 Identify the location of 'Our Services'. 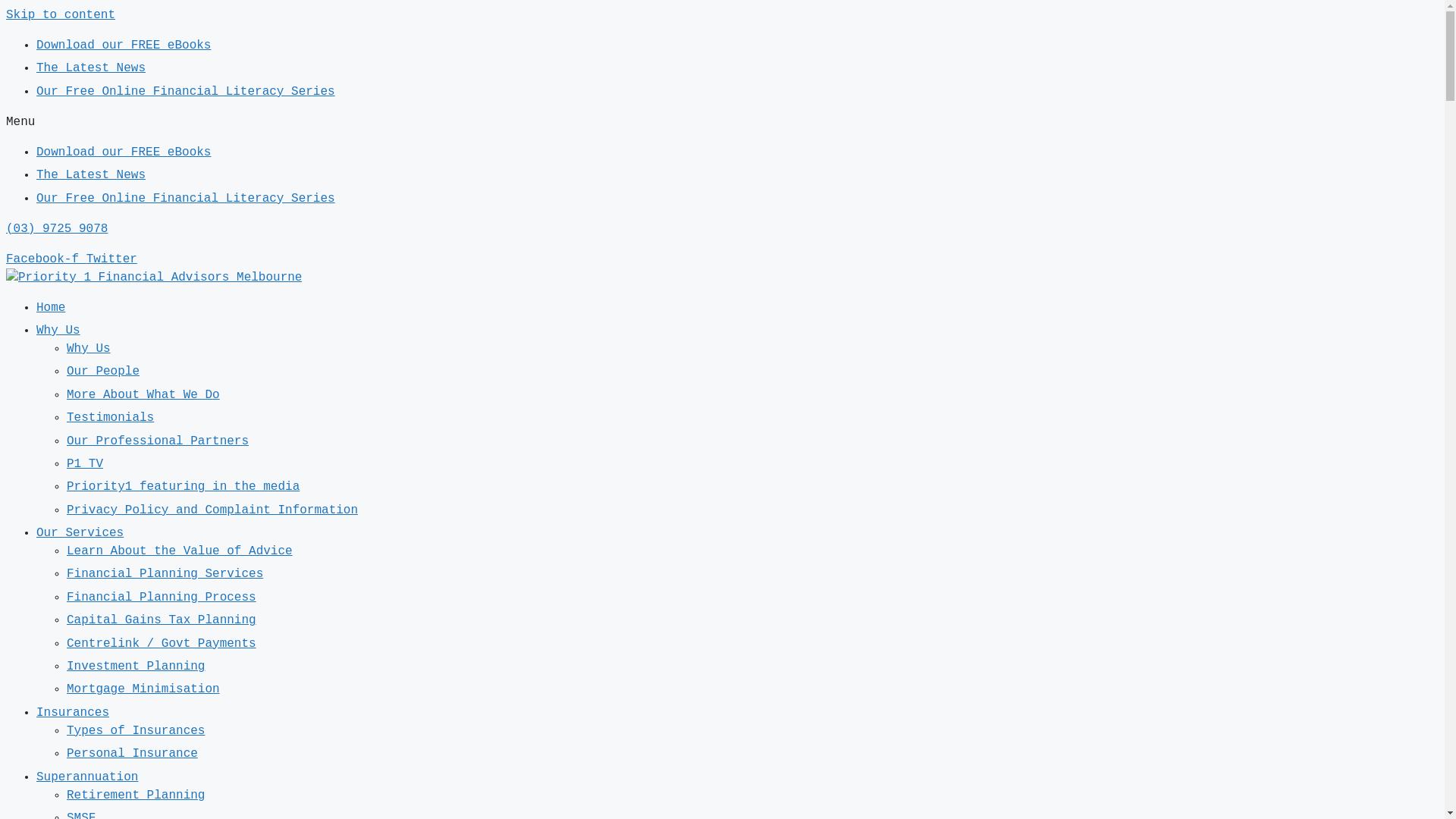
(79, 532).